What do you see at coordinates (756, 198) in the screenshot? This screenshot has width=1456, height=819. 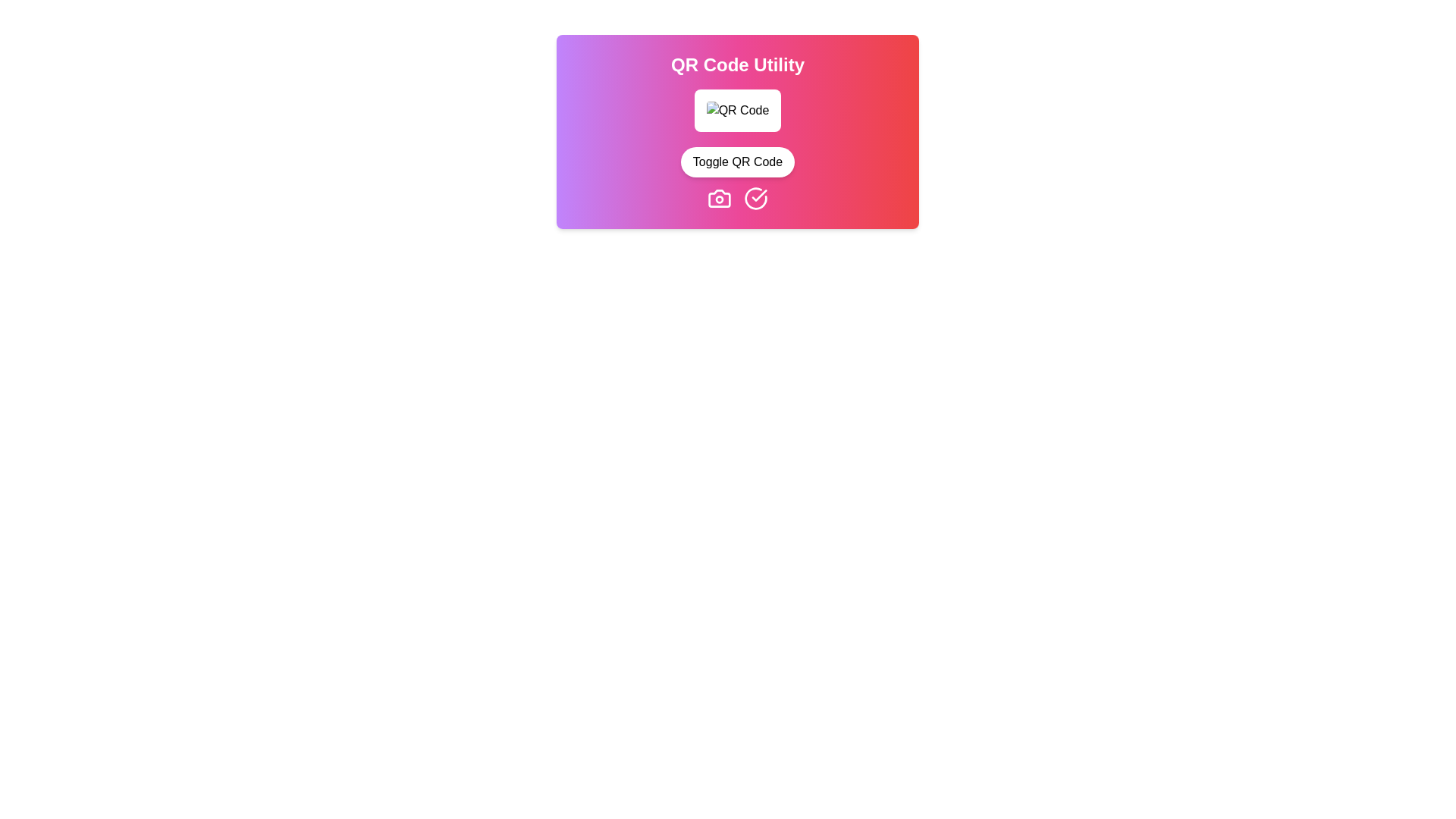 I see `the confirmation icon located towards the bottom right of the 'QR Code Utility' panel, which is adjacent to the camera icon` at bounding box center [756, 198].